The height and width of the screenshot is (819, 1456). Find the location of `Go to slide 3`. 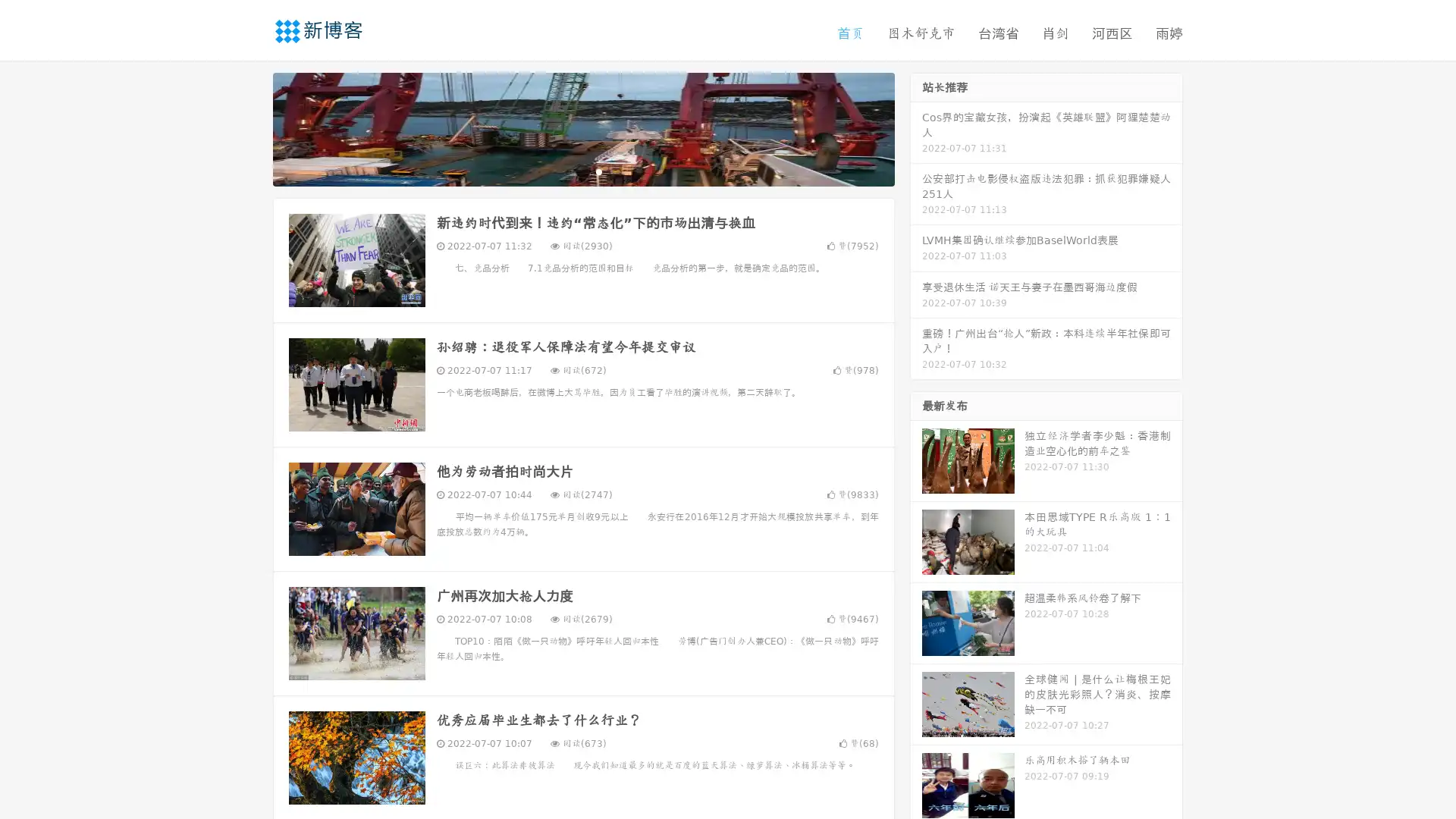

Go to slide 3 is located at coordinates (598, 171).